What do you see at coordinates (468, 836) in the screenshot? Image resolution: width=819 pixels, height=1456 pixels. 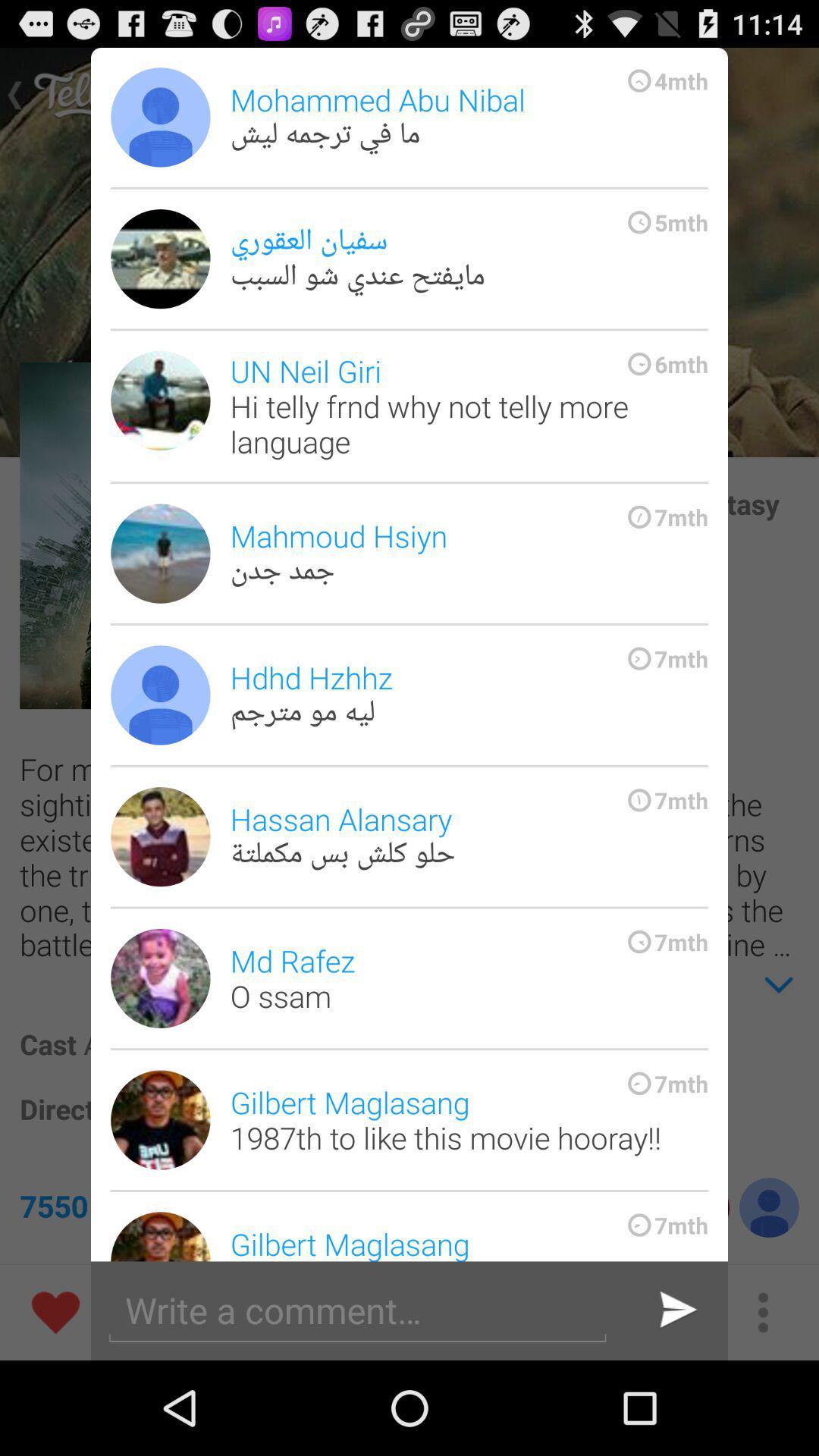 I see `the item above the md rafez o item` at bounding box center [468, 836].